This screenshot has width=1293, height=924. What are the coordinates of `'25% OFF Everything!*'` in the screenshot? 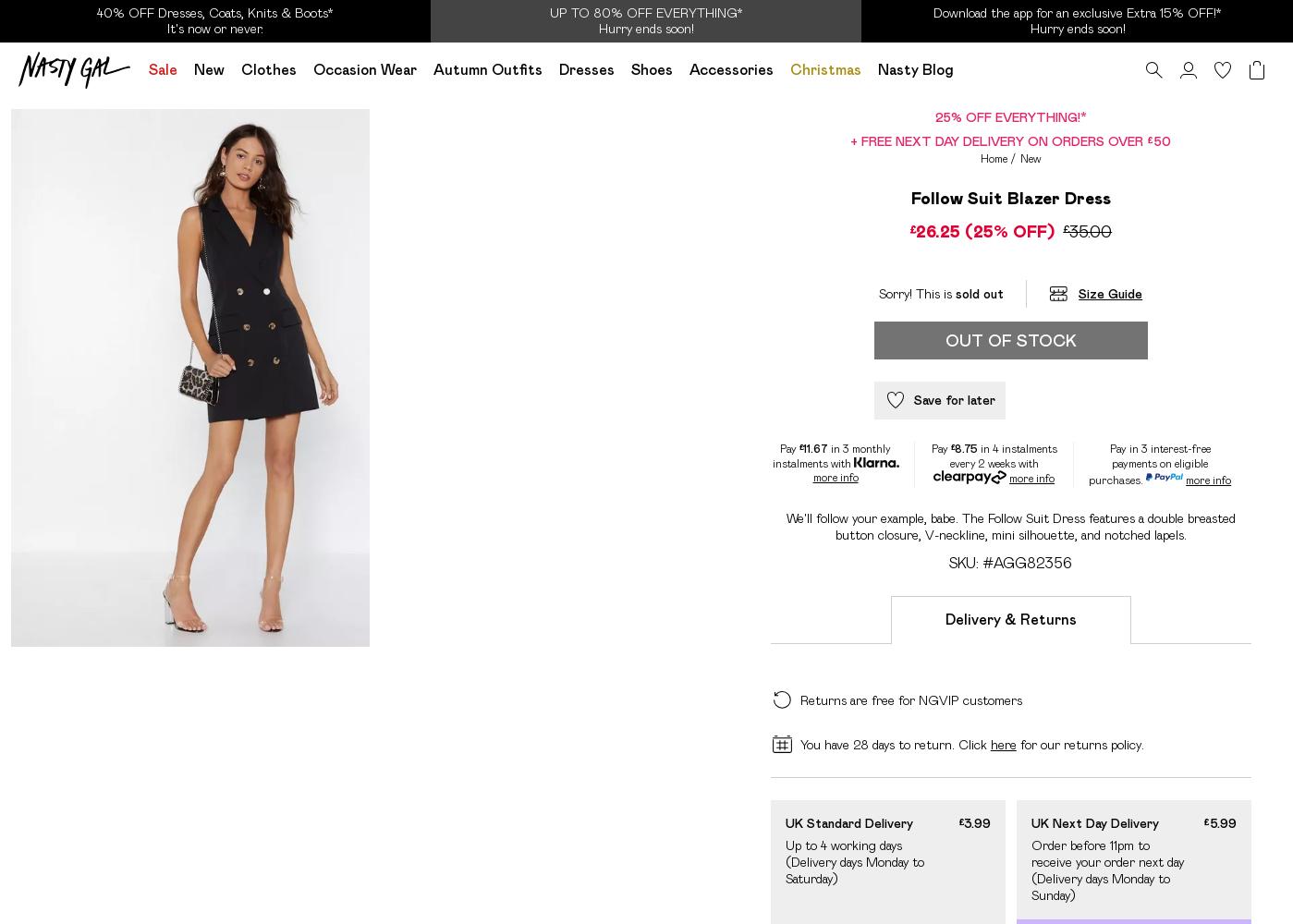 It's located at (933, 116).